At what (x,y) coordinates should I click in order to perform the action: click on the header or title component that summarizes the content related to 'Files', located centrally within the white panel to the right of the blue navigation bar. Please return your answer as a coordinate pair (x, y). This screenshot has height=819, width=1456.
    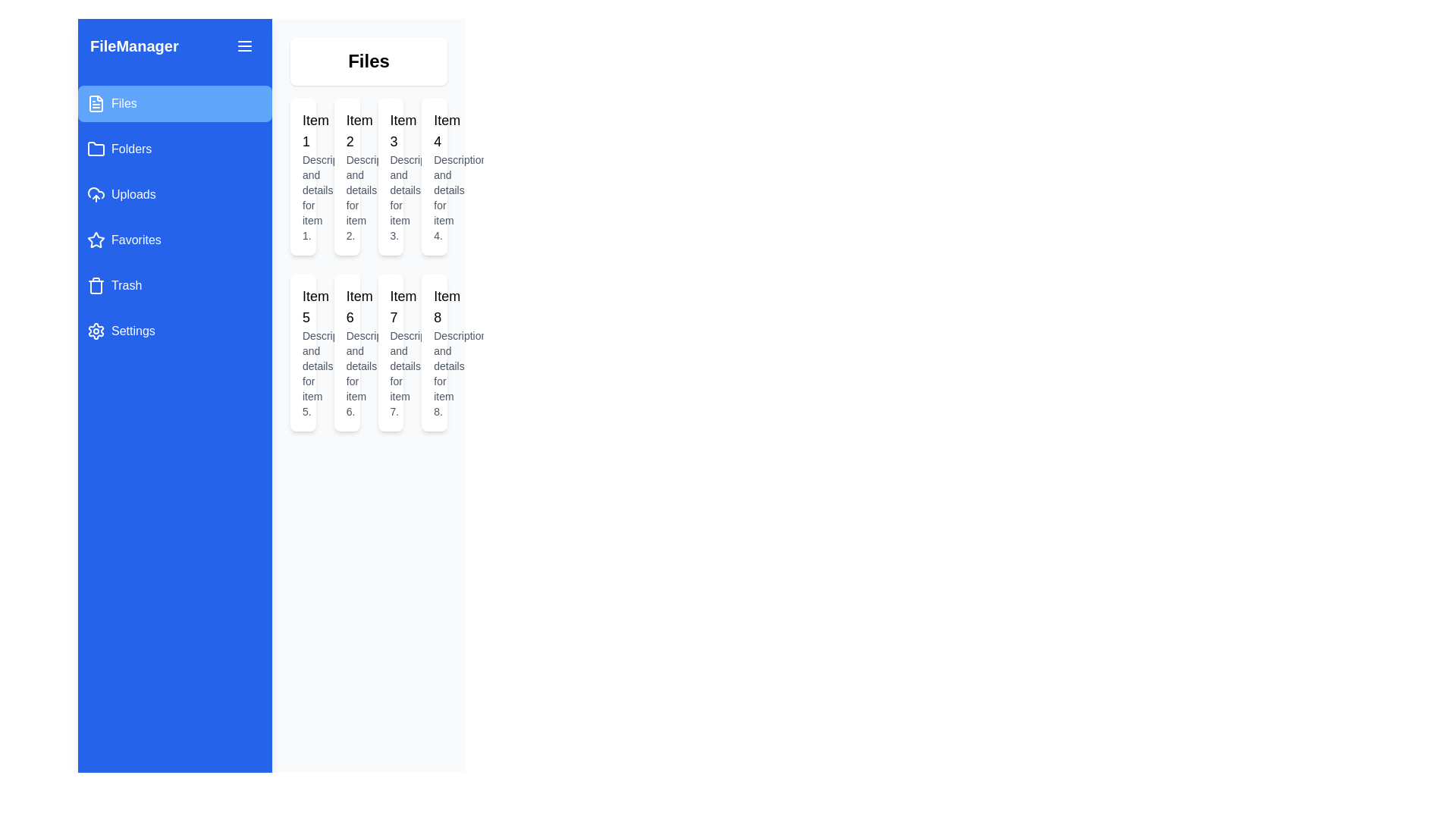
    Looking at the image, I should click on (369, 61).